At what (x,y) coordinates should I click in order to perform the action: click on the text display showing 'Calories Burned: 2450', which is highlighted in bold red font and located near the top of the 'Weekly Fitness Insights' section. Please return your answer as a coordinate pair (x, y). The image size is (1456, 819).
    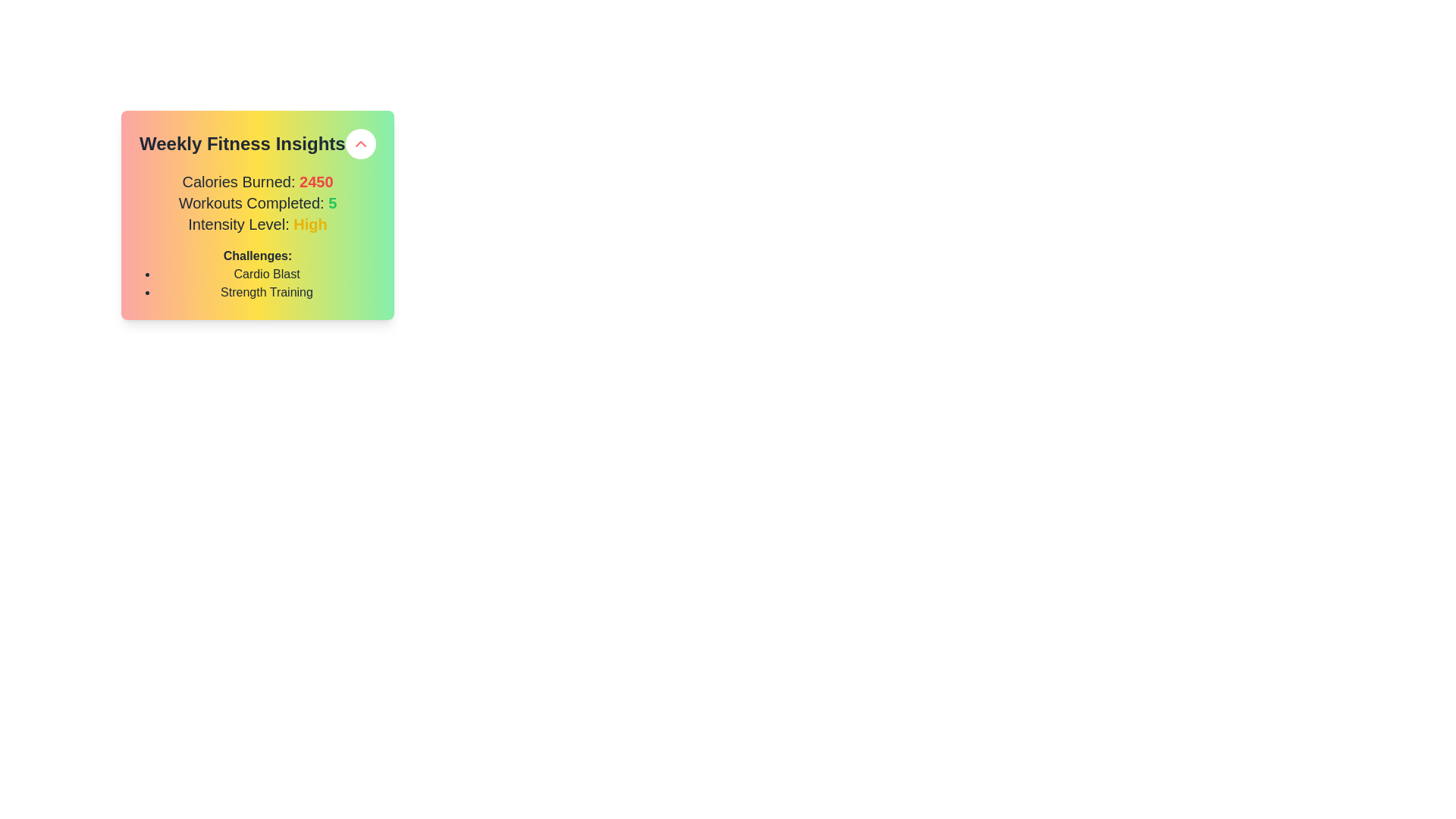
    Looking at the image, I should click on (258, 180).